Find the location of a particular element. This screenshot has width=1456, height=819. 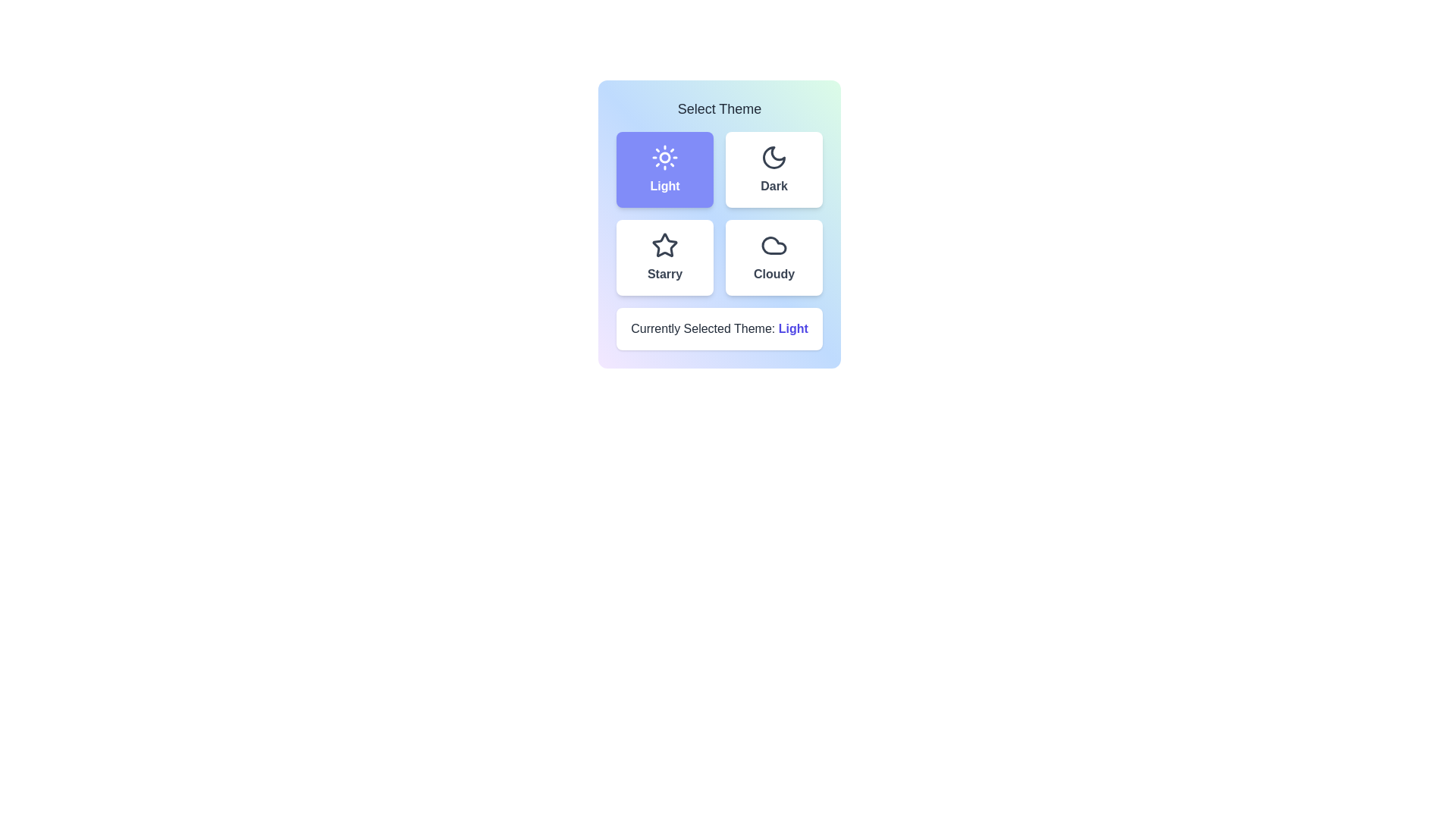

the theme button corresponding to Light is located at coordinates (665, 169).